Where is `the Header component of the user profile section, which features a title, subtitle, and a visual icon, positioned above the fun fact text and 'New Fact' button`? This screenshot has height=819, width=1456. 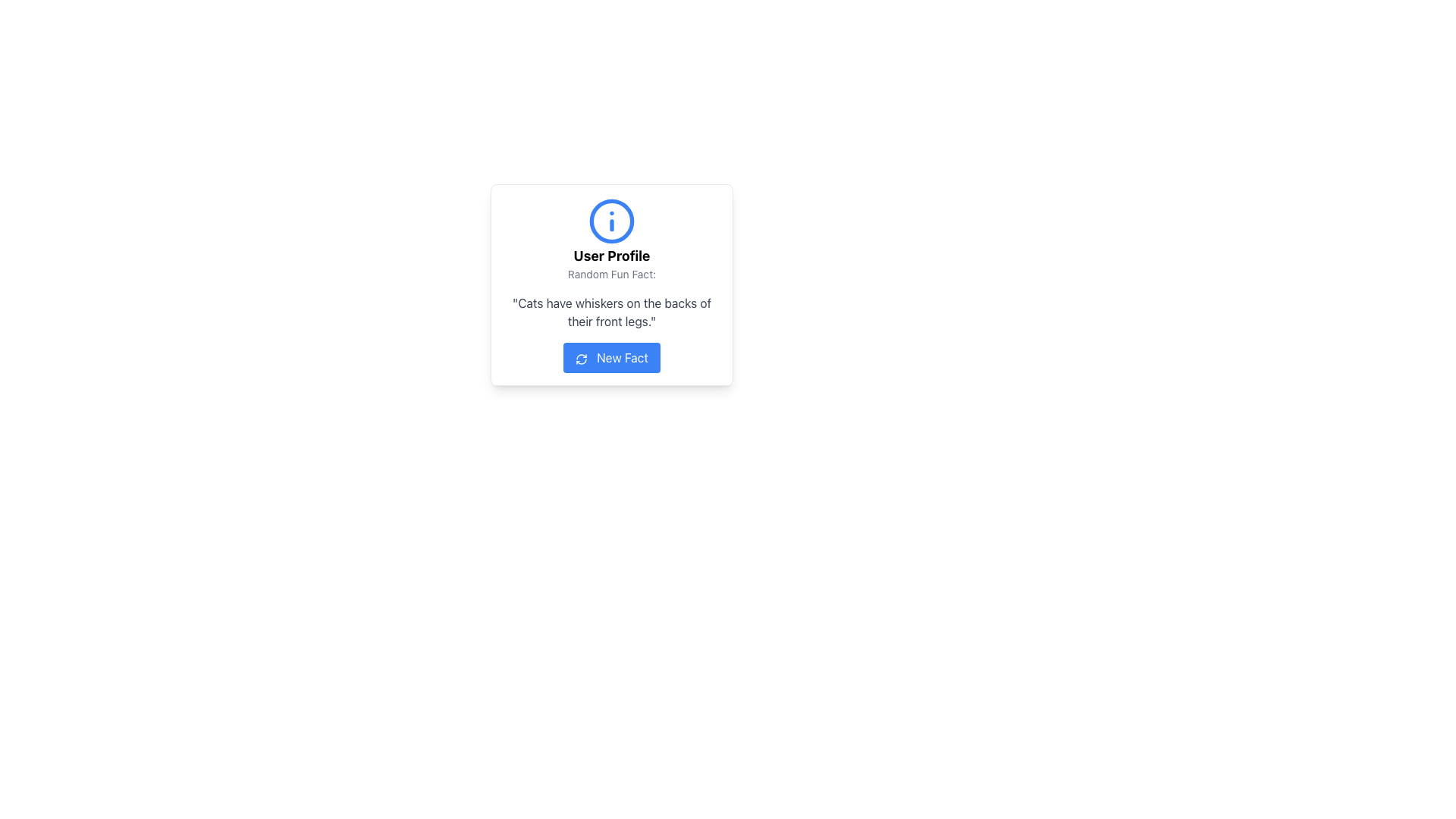 the Header component of the user profile section, which features a title, subtitle, and a visual icon, positioned above the fun fact text and 'New Fact' button is located at coordinates (611, 239).